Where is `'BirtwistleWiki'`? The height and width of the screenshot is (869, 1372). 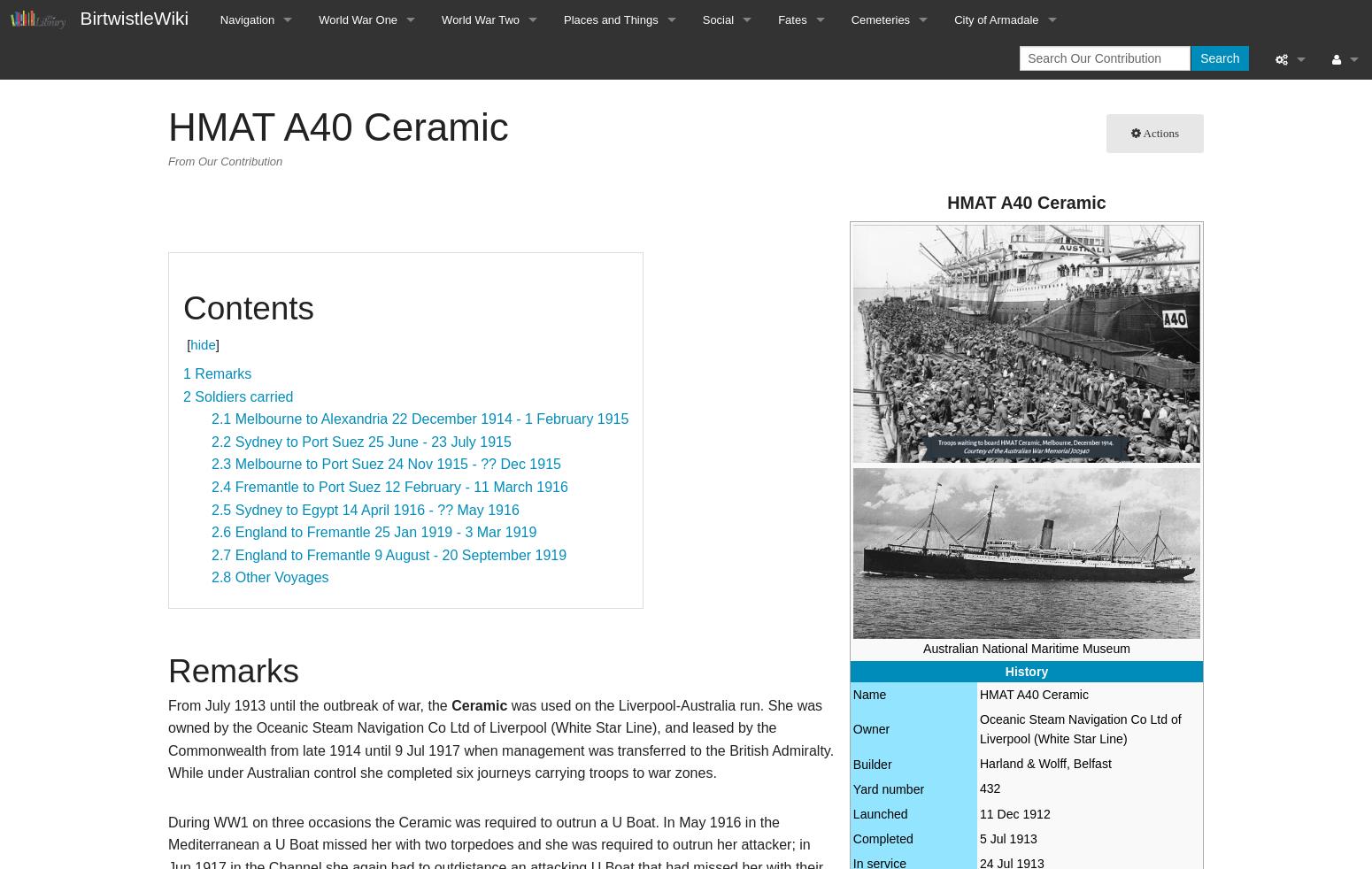
'BirtwistleWiki' is located at coordinates (134, 17).